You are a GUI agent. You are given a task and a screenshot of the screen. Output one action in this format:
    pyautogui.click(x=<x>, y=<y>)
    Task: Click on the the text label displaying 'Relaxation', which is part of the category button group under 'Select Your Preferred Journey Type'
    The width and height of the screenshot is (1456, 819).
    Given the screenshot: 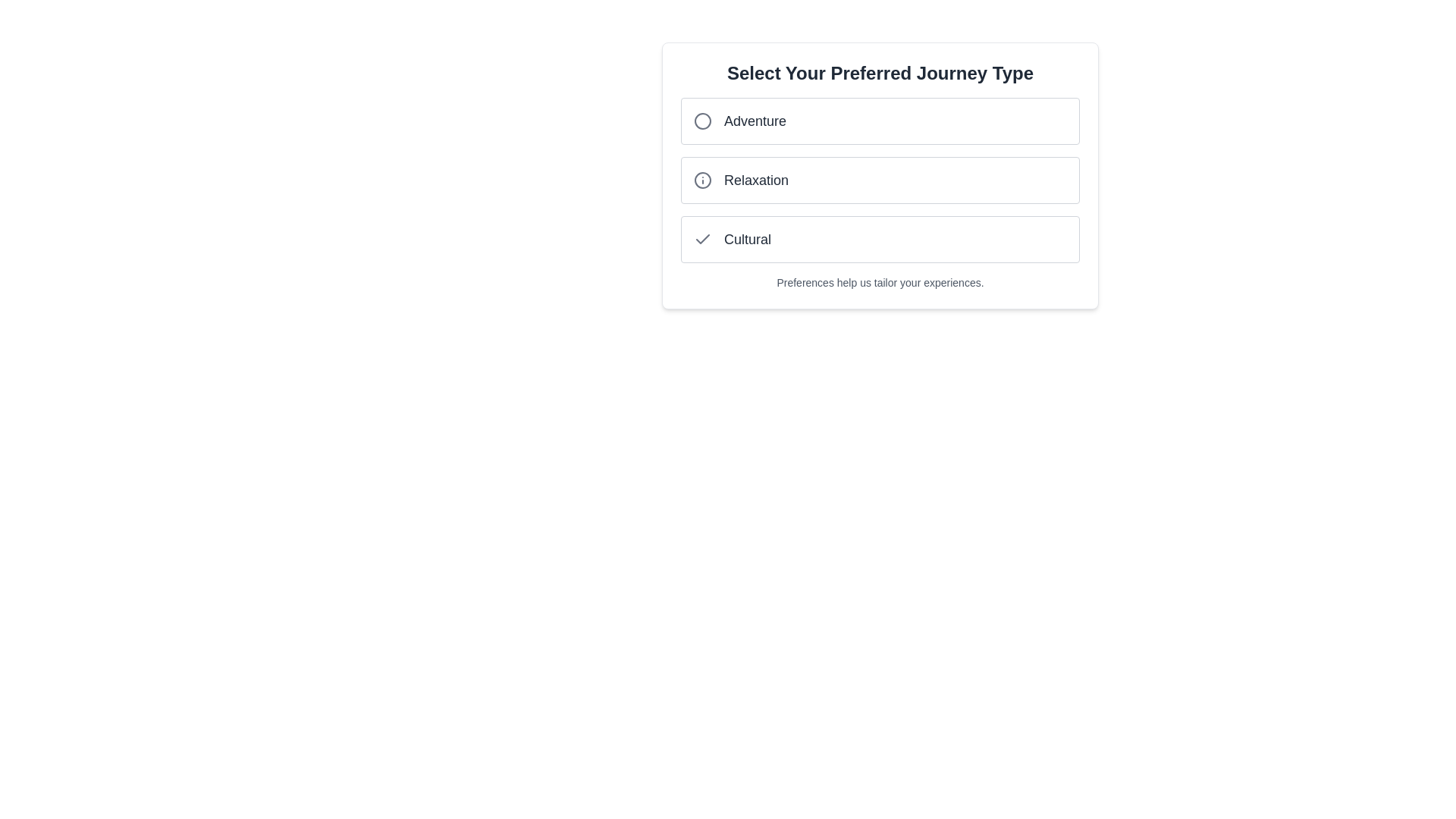 What is the action you would take?
    pyautogui.click(x=756, y=180)
    